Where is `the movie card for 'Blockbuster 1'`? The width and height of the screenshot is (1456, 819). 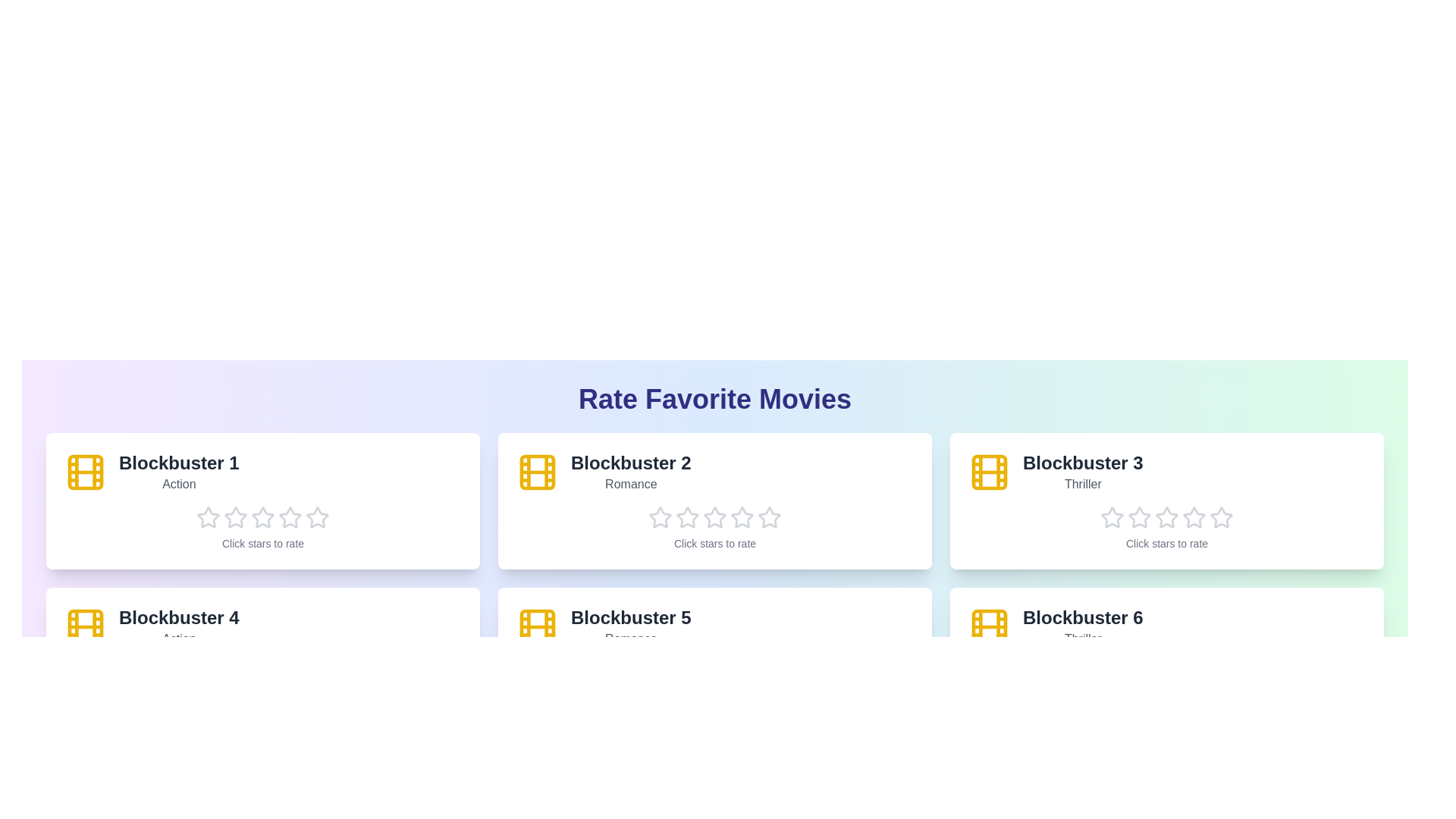
the movie card for 'Blockbuster 1' is located at coordinates (262, 500).